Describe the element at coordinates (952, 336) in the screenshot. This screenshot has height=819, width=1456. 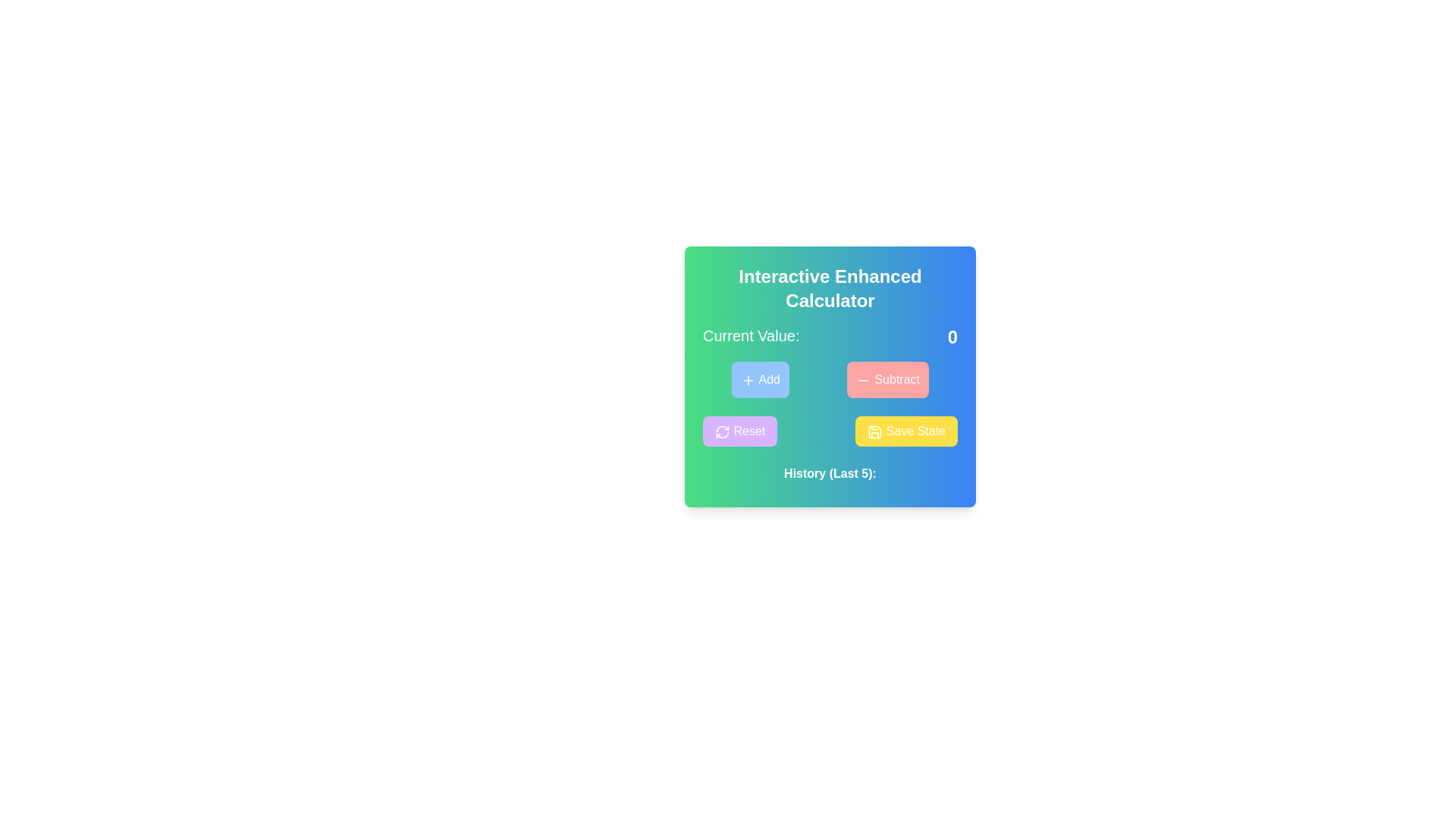
I see `the bold, larger-sized white text displaying the numeral '0' on a blue background, which is positioned centrally to the right of 'Current Value:'` at that location.